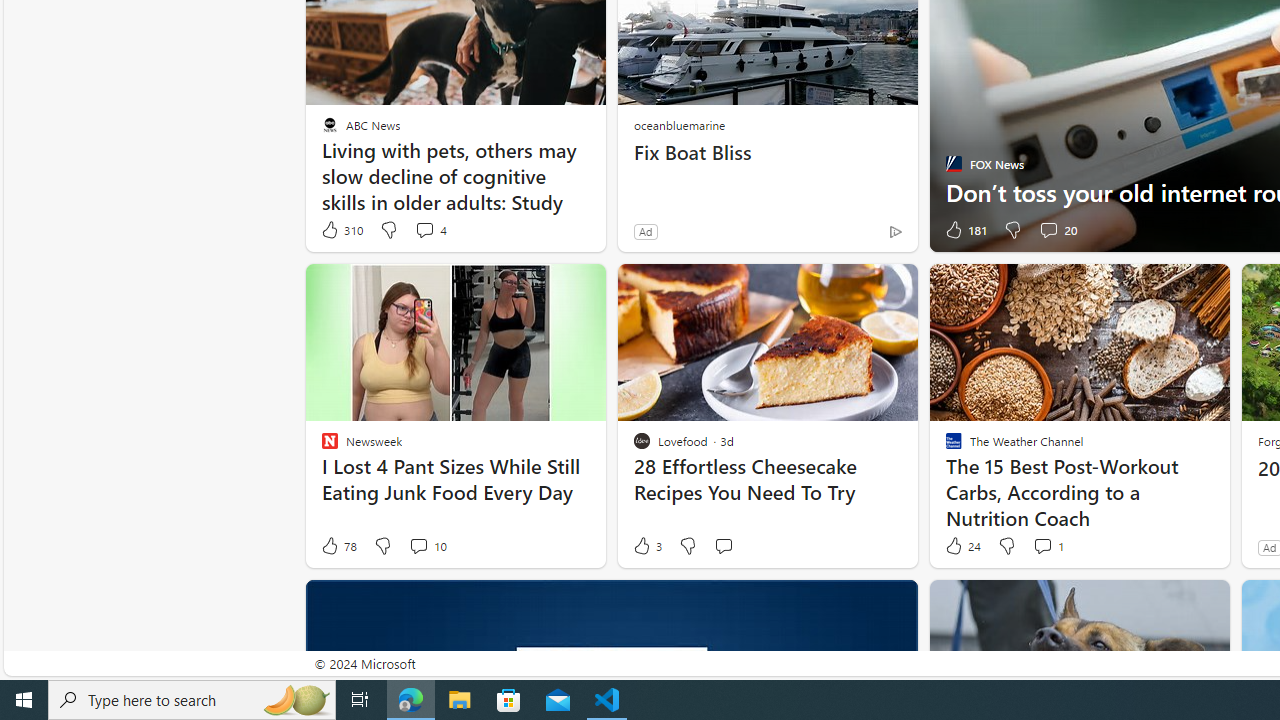 Image resolution: width=1280 pixels, height=720 pixels. I want to click on '310 Like', so click(341, 229).